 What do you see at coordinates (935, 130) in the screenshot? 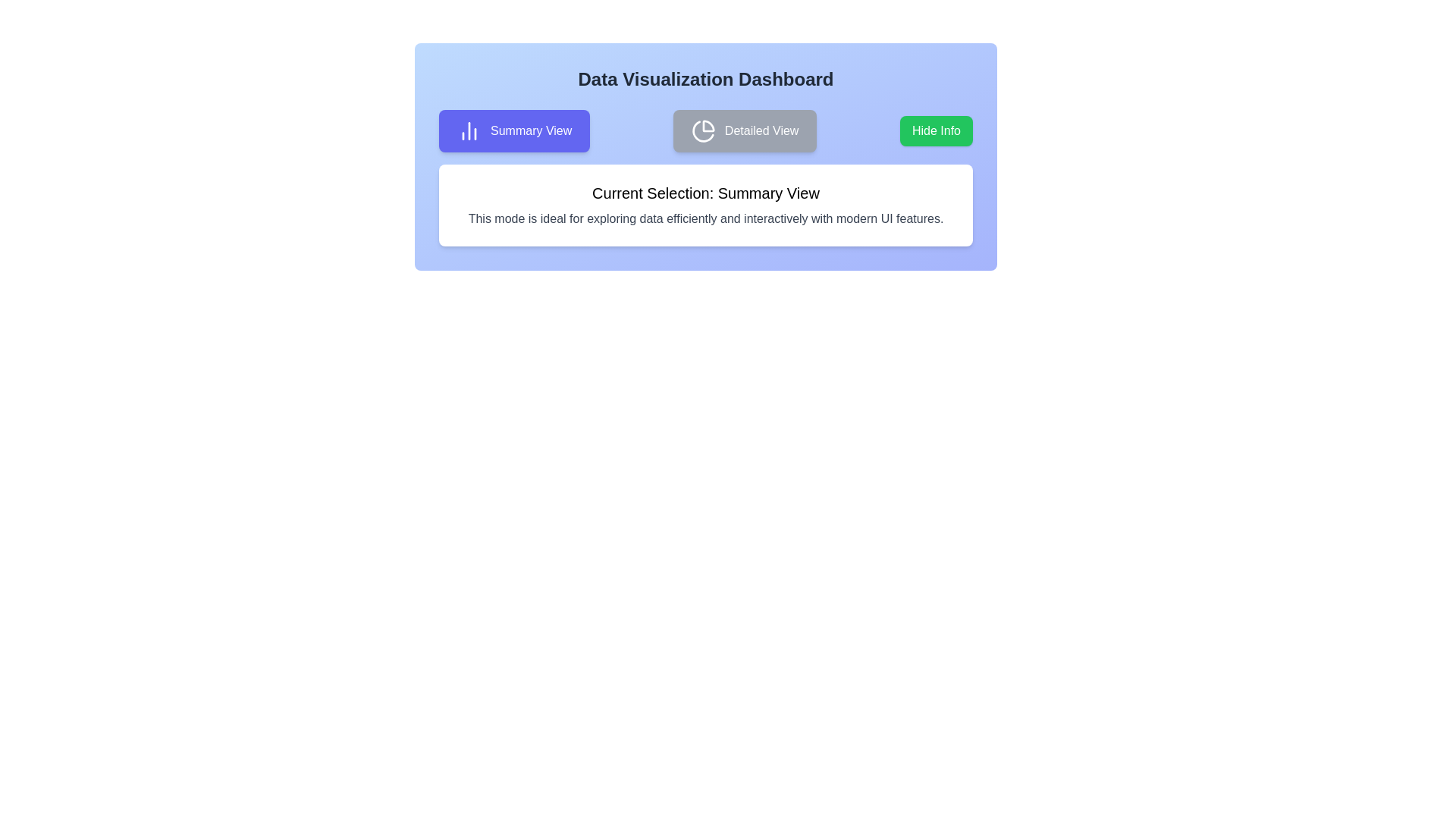
I see `the 'Hide Info' button to toggle the information display` at bounding box center [935, 130].